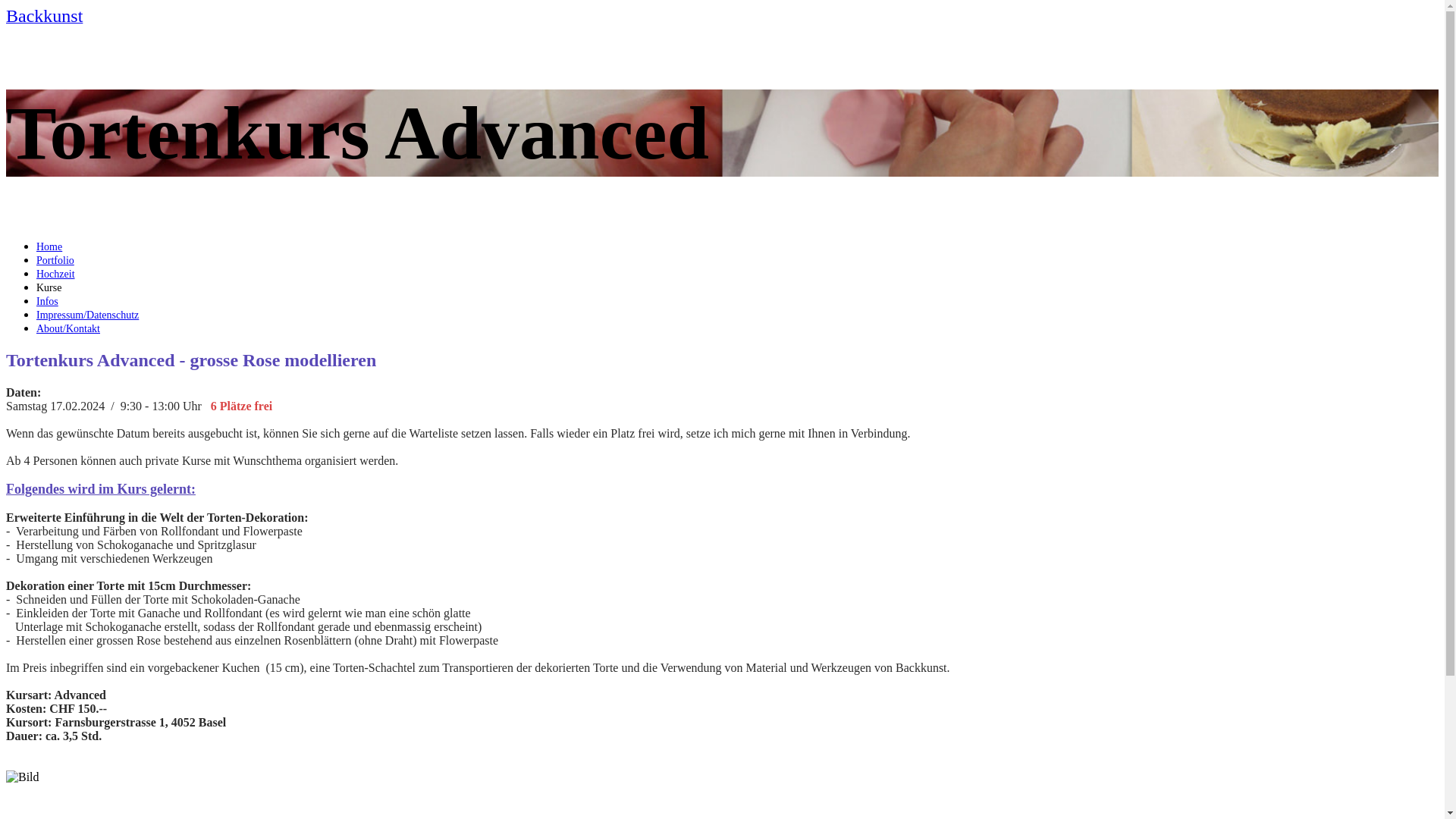 This screenshot has height=819, width=1456. Describe the element at coordinates (86, 314) in the screenshot. I see `'Impressum/Datenschutz'` at that location.